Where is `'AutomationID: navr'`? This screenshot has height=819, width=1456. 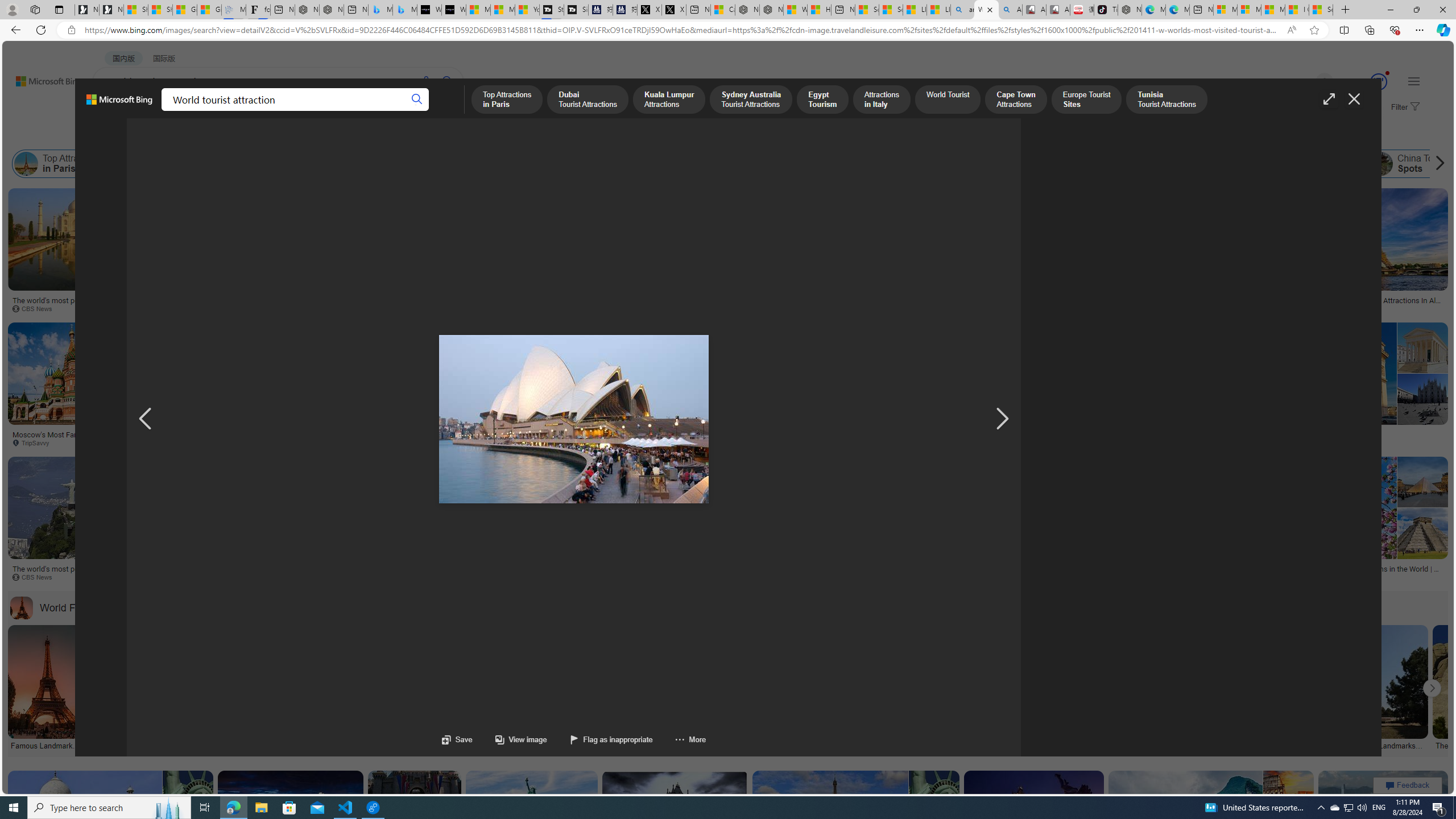
'AutomationID: navr' is located at coordinates (1002, 419).